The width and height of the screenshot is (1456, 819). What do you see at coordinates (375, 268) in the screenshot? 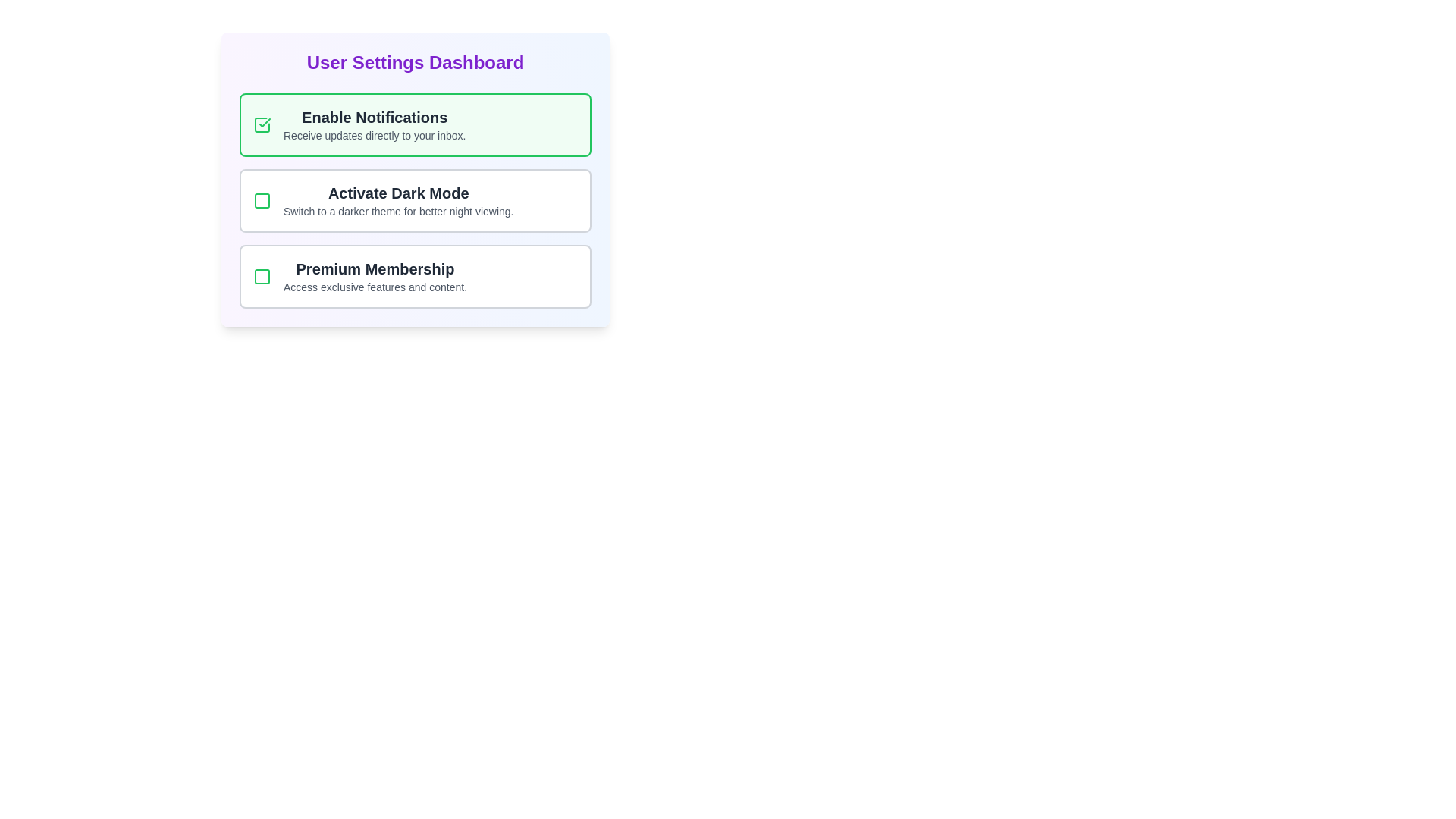
I see `the 'Premium Membership' text label, which is displayed in a large bold font and is located under the 'Activate Dark Mode' section, serving as a prominent title` at bounding box center [375, 268].